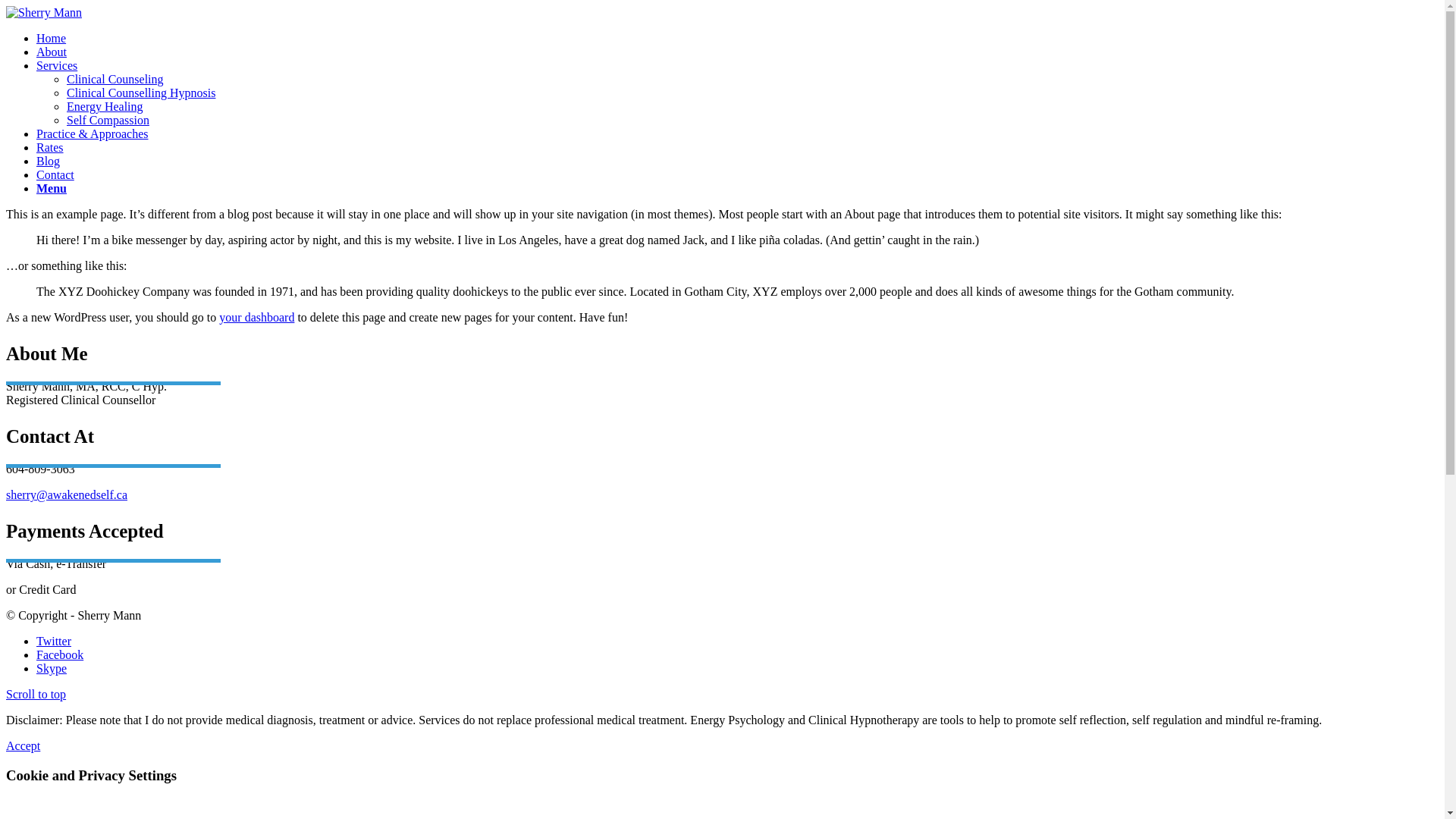  Describe the element at coordinates (48, 161) in the screenshot. I see `'Blog'` at that location.